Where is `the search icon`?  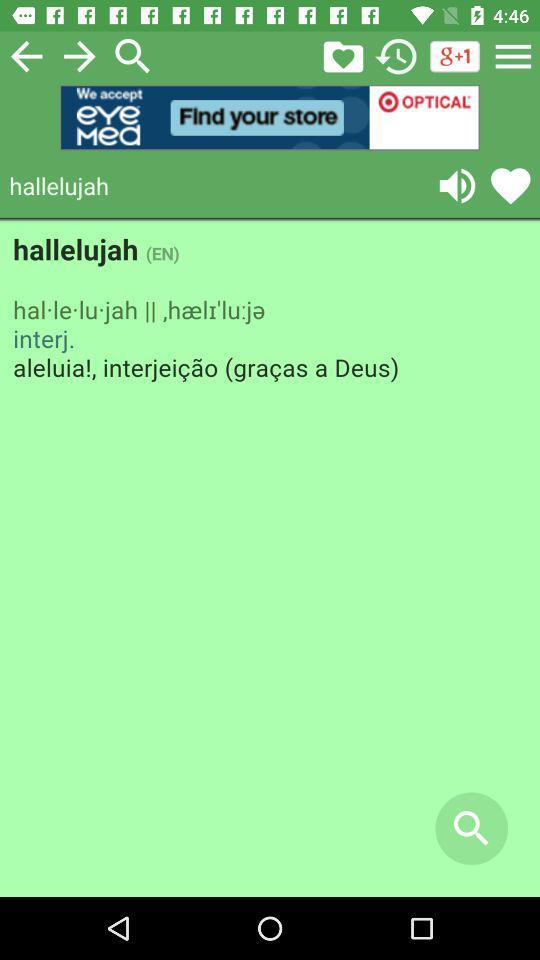
the search icon is located at coordinates (133, 55).